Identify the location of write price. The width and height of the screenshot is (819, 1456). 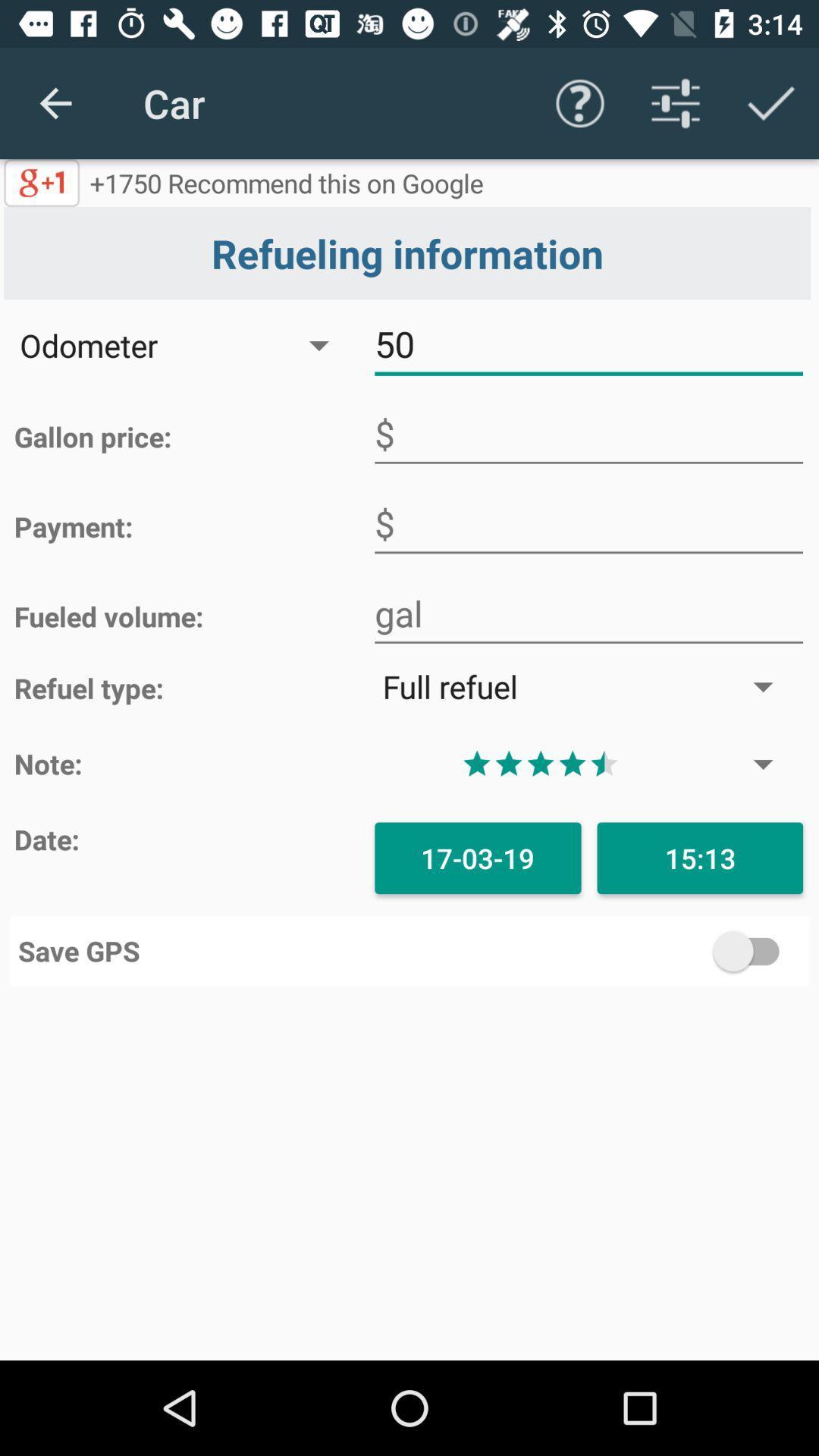
(588, 433).